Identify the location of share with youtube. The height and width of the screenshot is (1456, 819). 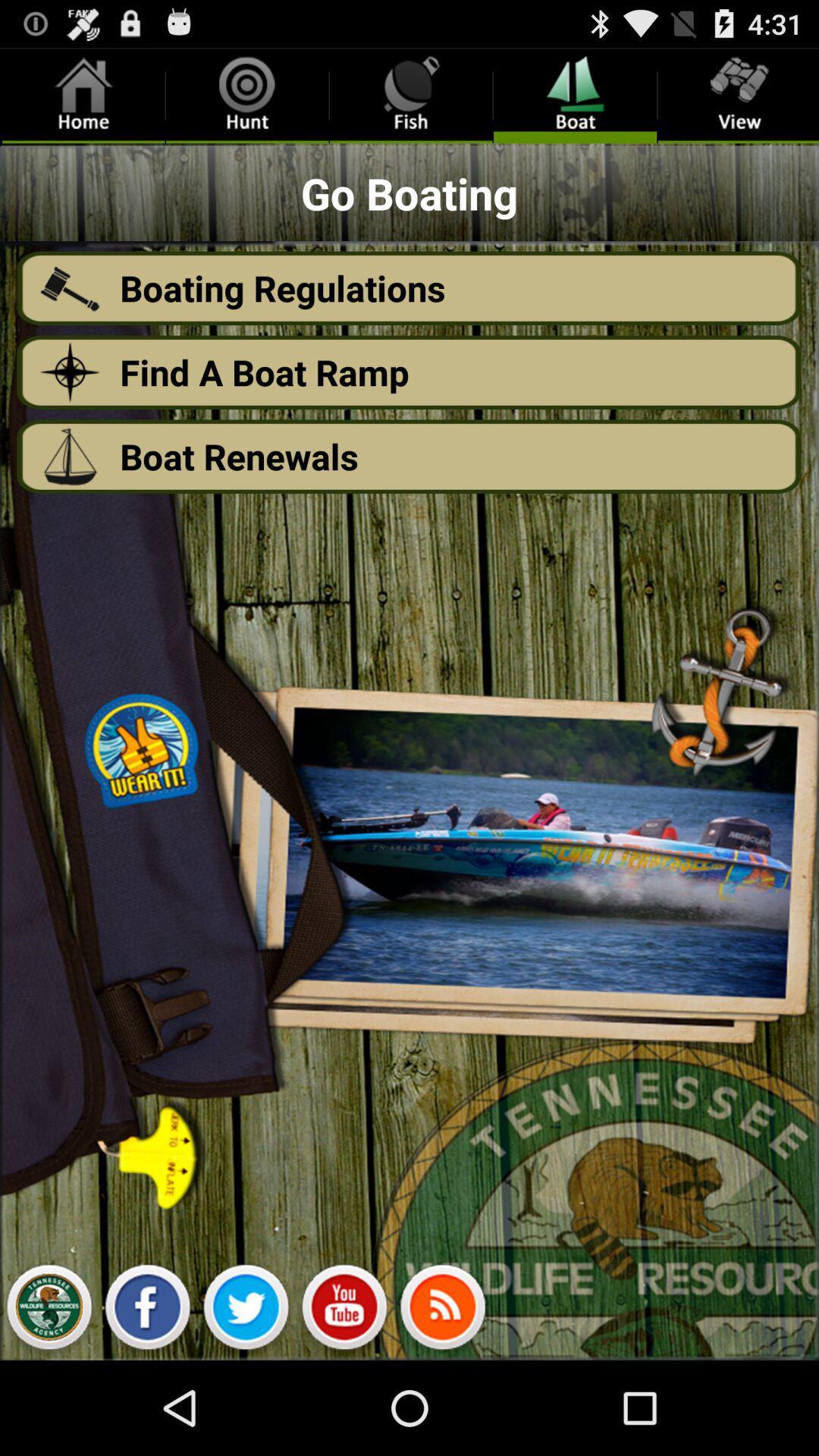
(344, 1310).